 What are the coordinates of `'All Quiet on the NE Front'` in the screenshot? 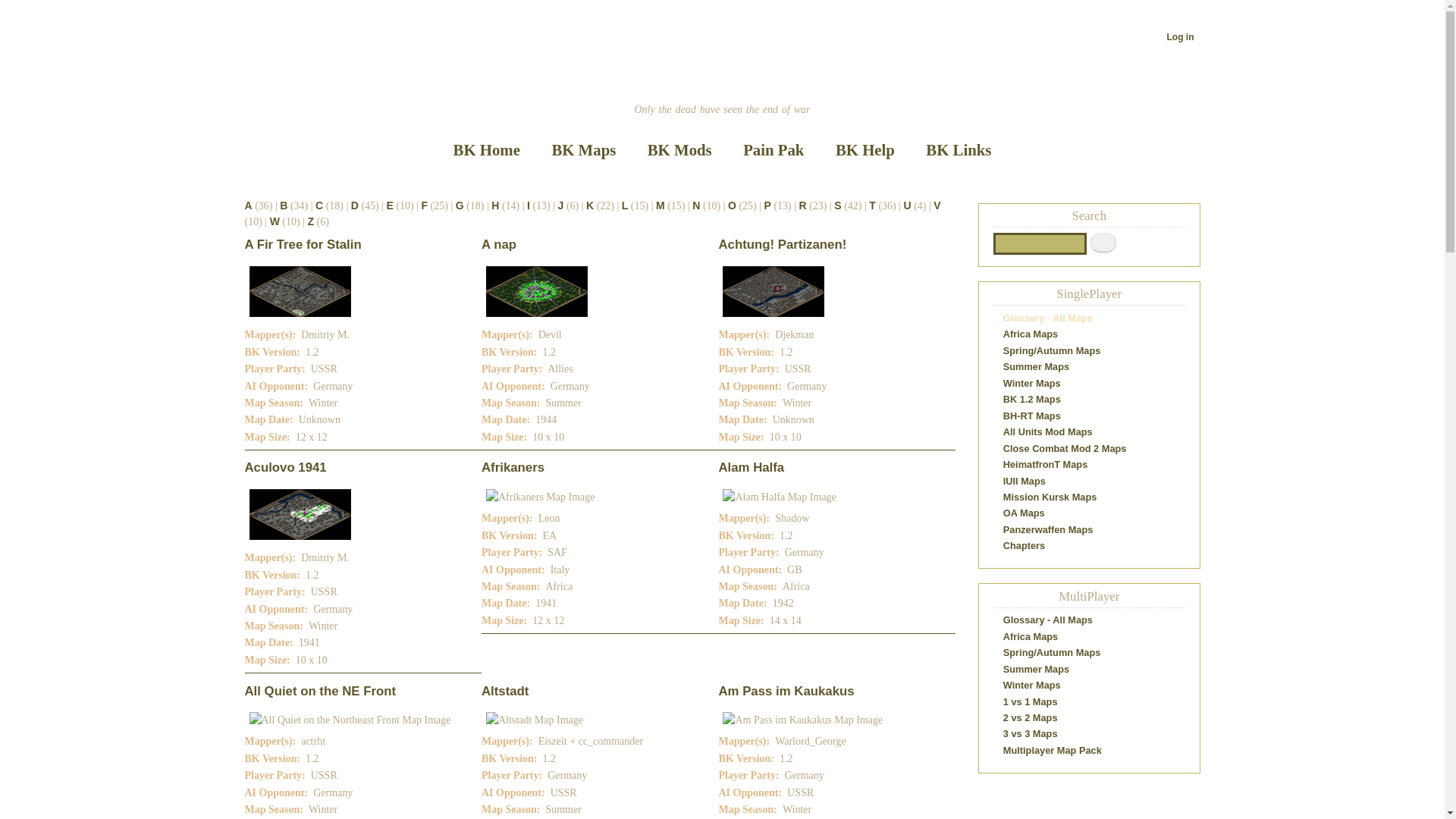 It's located at (319, 691).